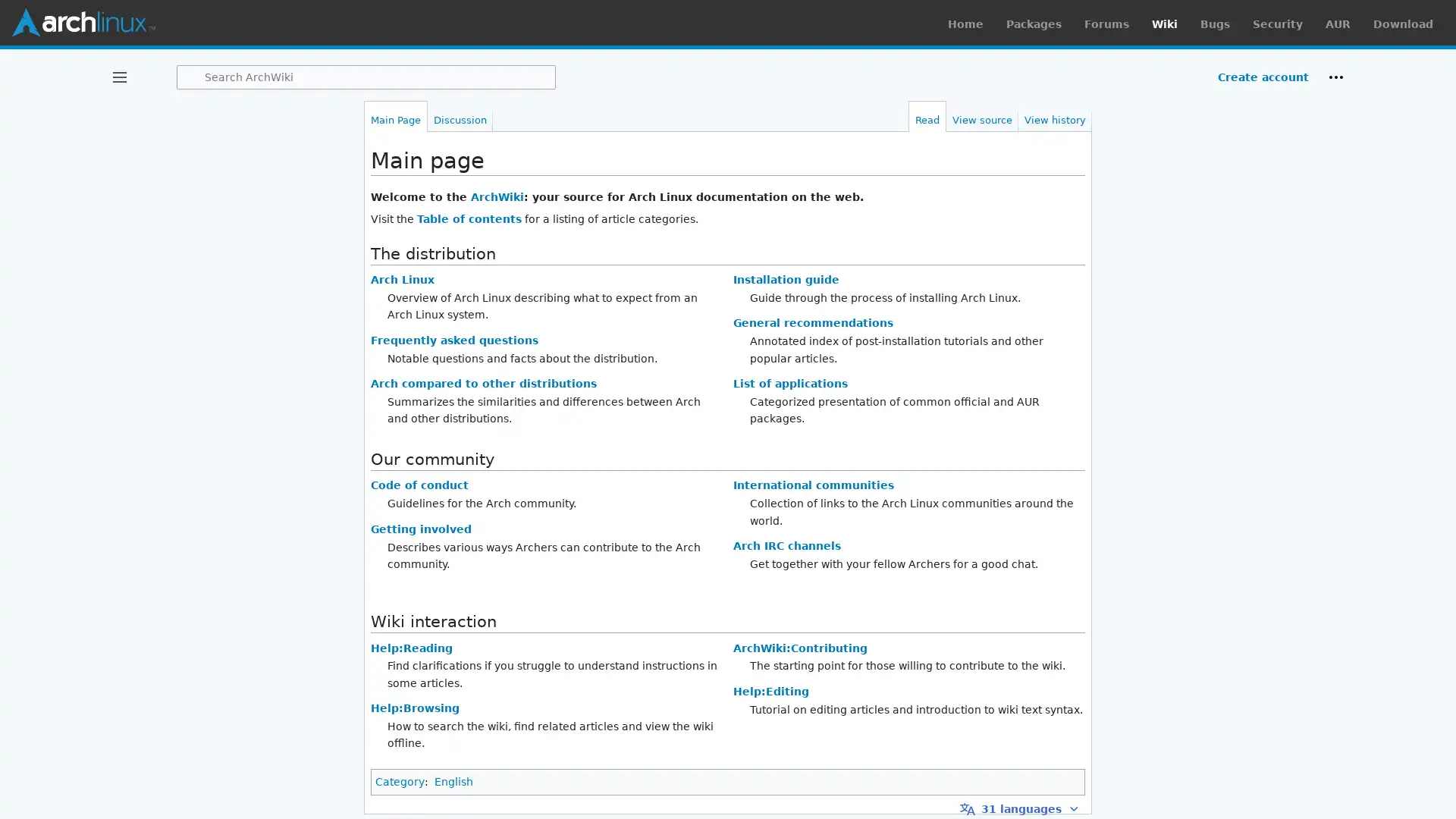 The image size is (1456, 819). I want to click on Go, so click(190, 77).